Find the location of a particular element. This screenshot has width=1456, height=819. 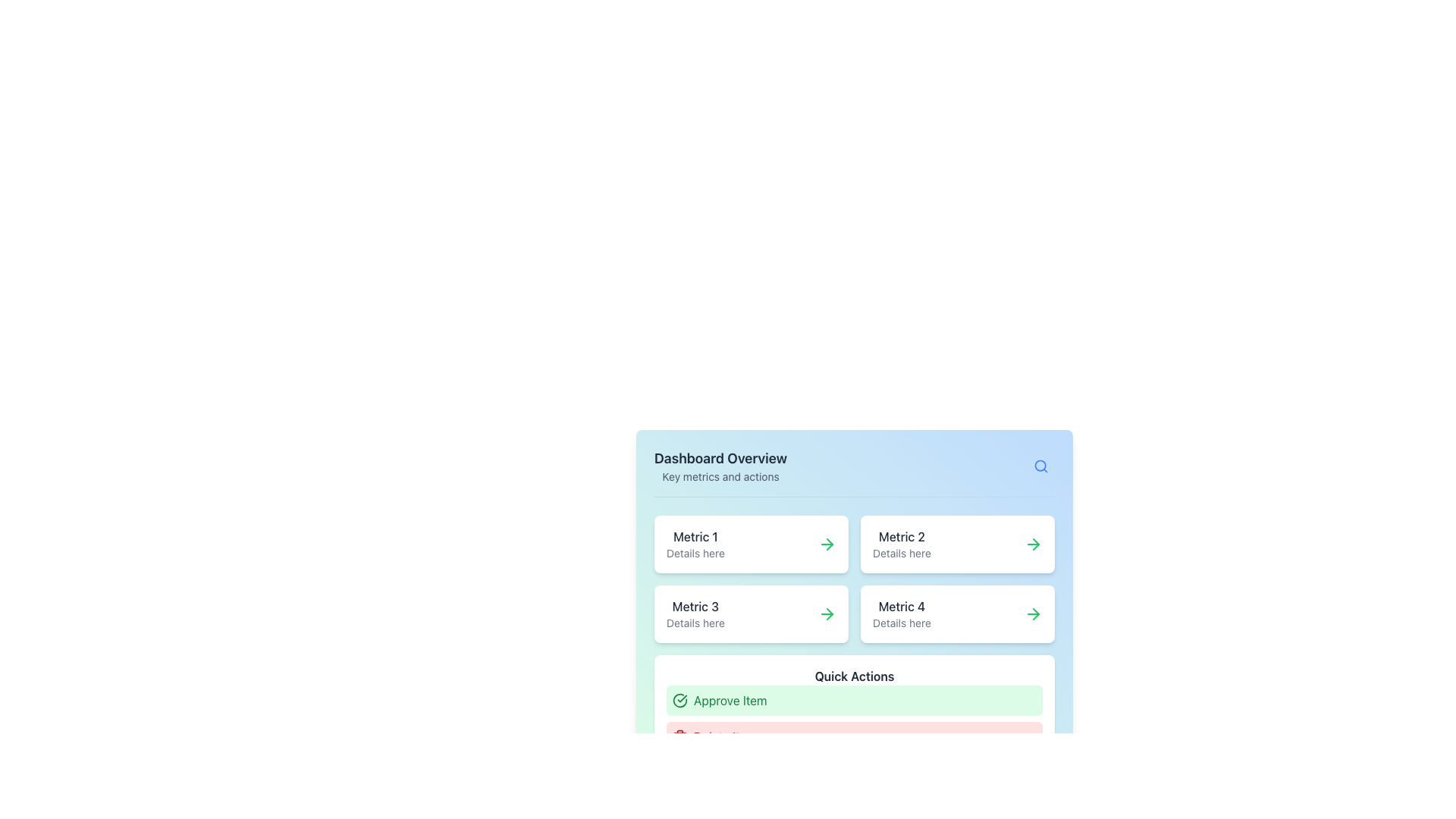

the trash bin icon located in the 'Quick Actions' section is located at coordinates (679, 736).